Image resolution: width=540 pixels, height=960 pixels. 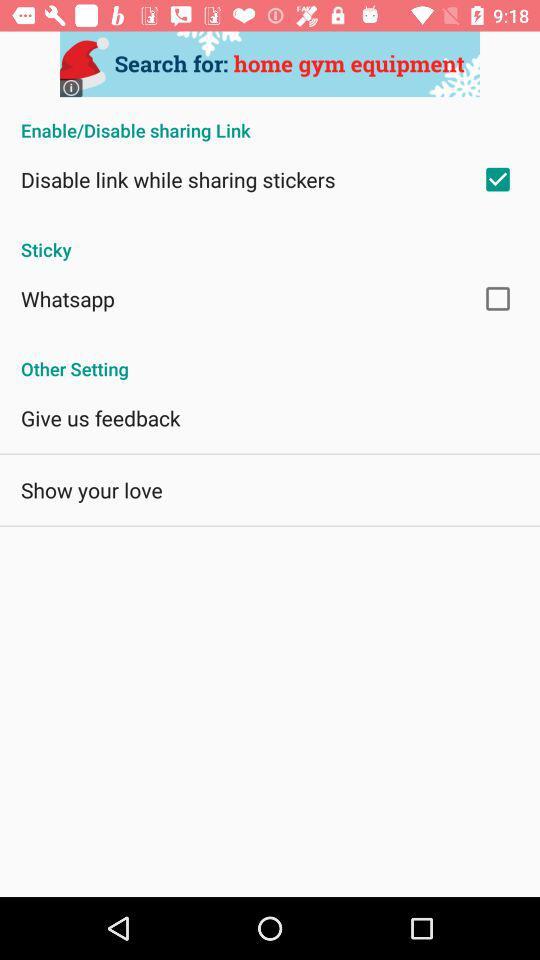 I want to click on the sticky app, so click(x=270, y=239).